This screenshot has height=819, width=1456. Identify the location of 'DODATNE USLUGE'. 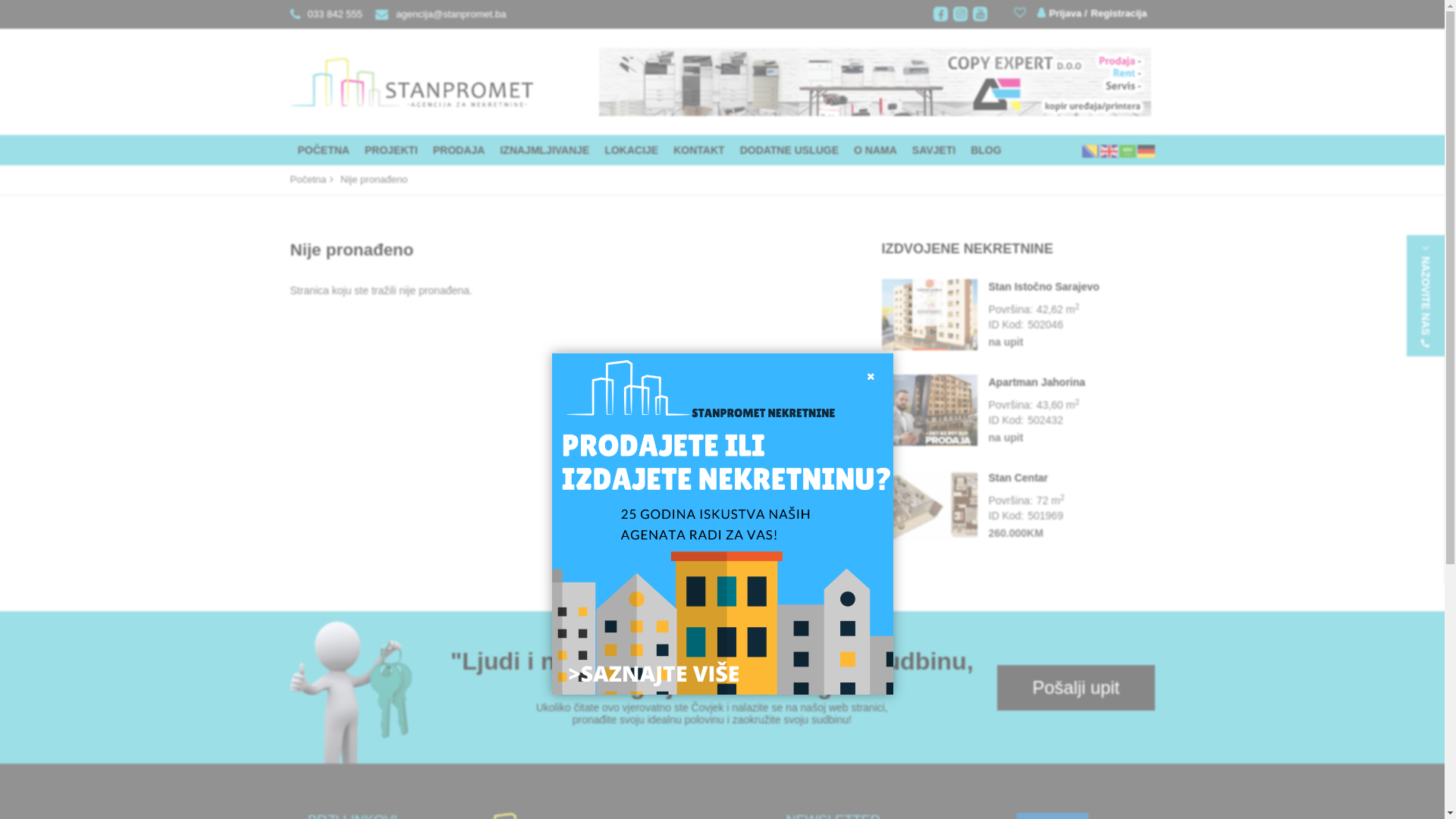
(789, 149).